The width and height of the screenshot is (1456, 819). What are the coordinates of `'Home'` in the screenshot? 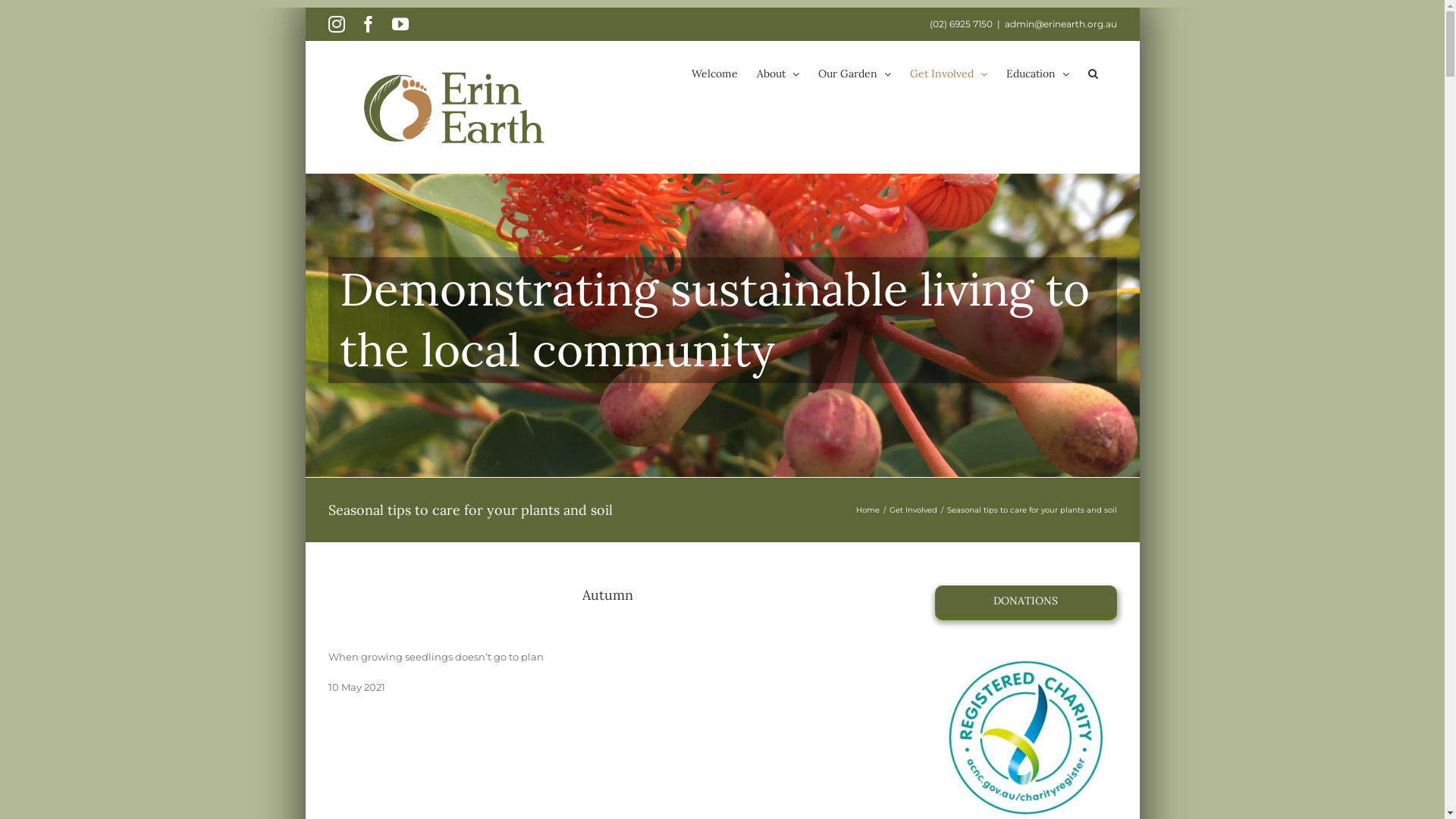 It's located at (867, 510).